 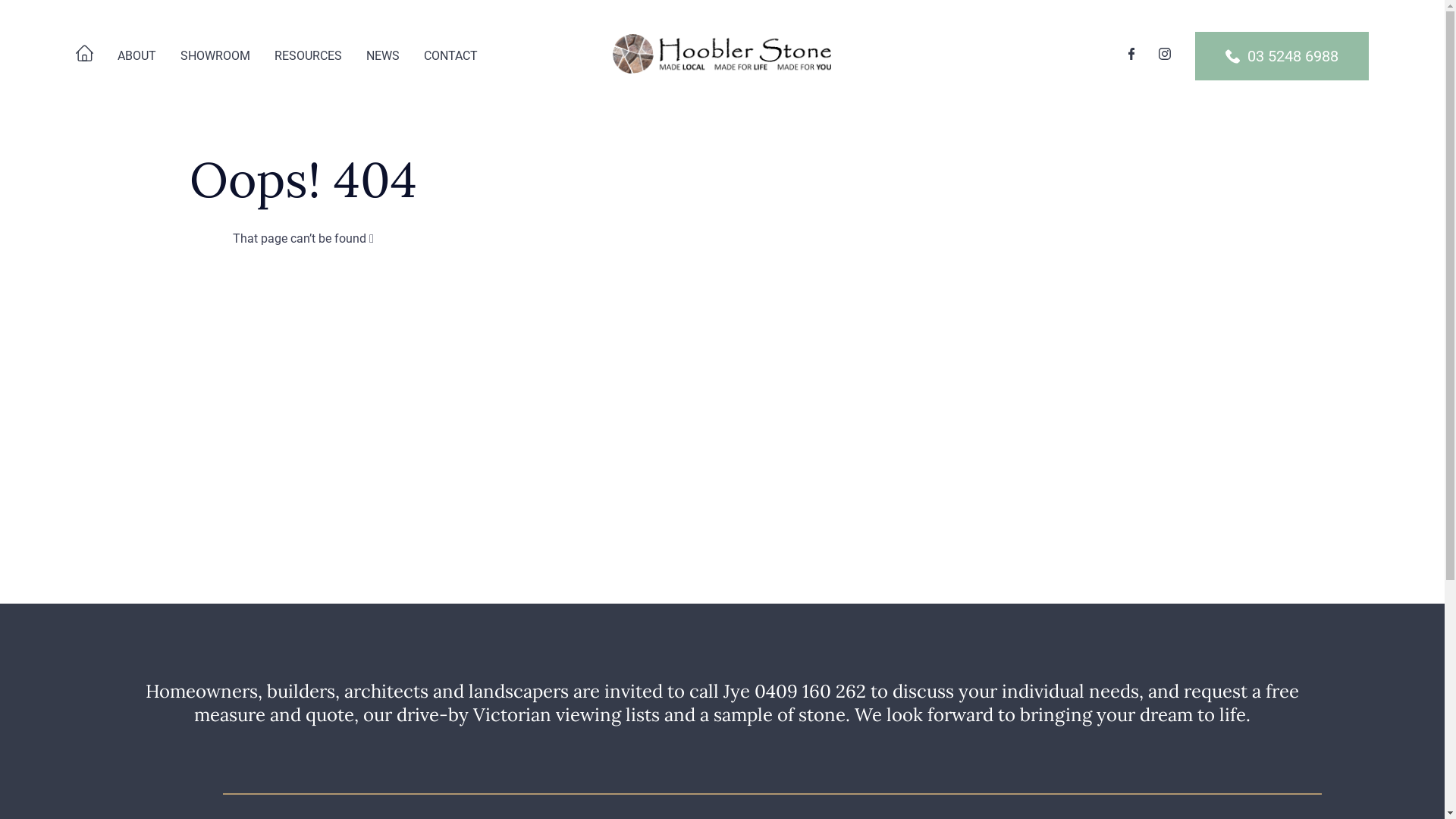 I want to click on 'ABOUT', so click(x=136, y=55).